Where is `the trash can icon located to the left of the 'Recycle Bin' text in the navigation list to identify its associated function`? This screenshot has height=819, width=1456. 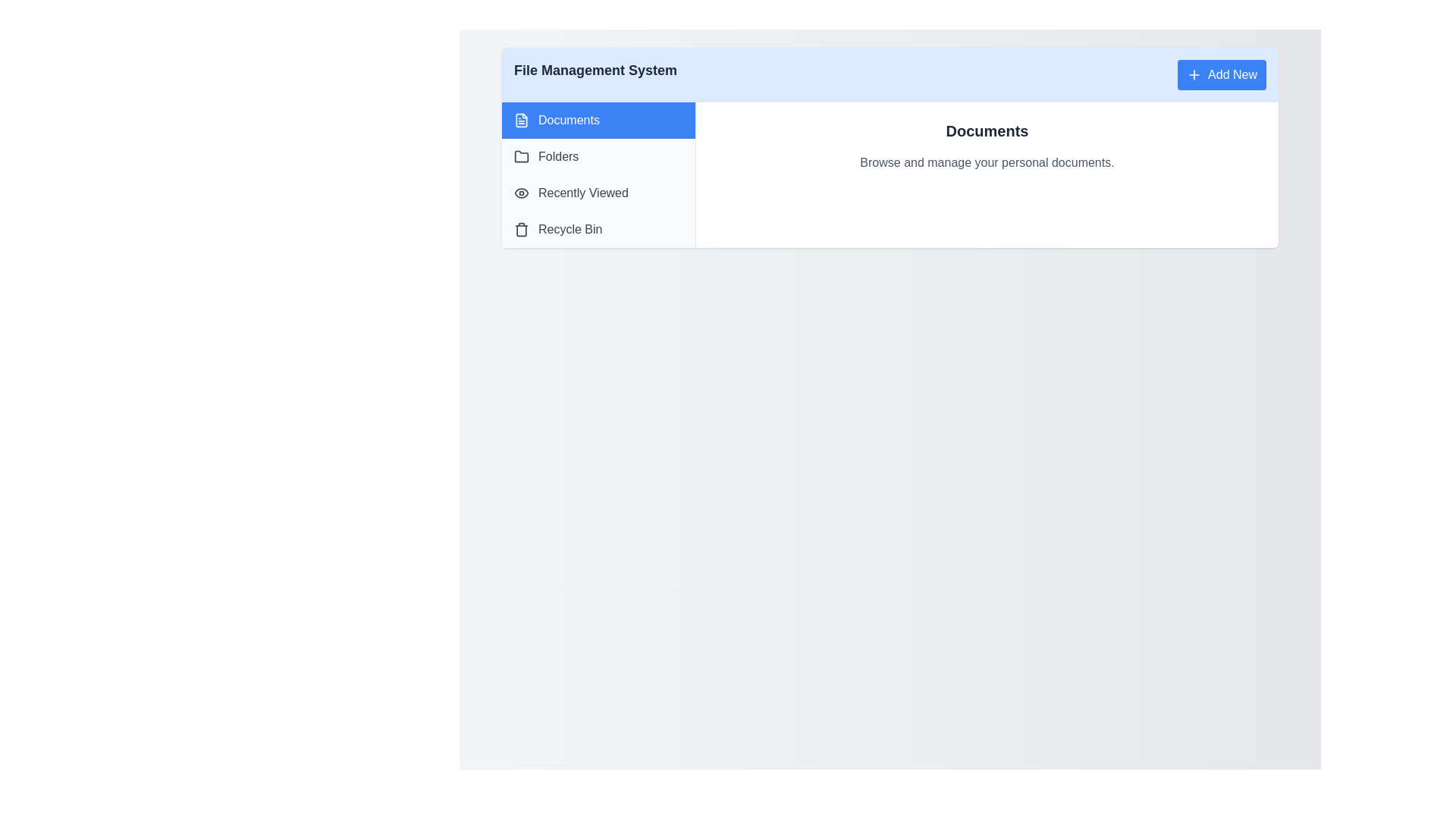
the trash can icon located to the left of the 'Recycle Bin' text in the navigation list to identify its associated function is located at coordinates (521, 230).